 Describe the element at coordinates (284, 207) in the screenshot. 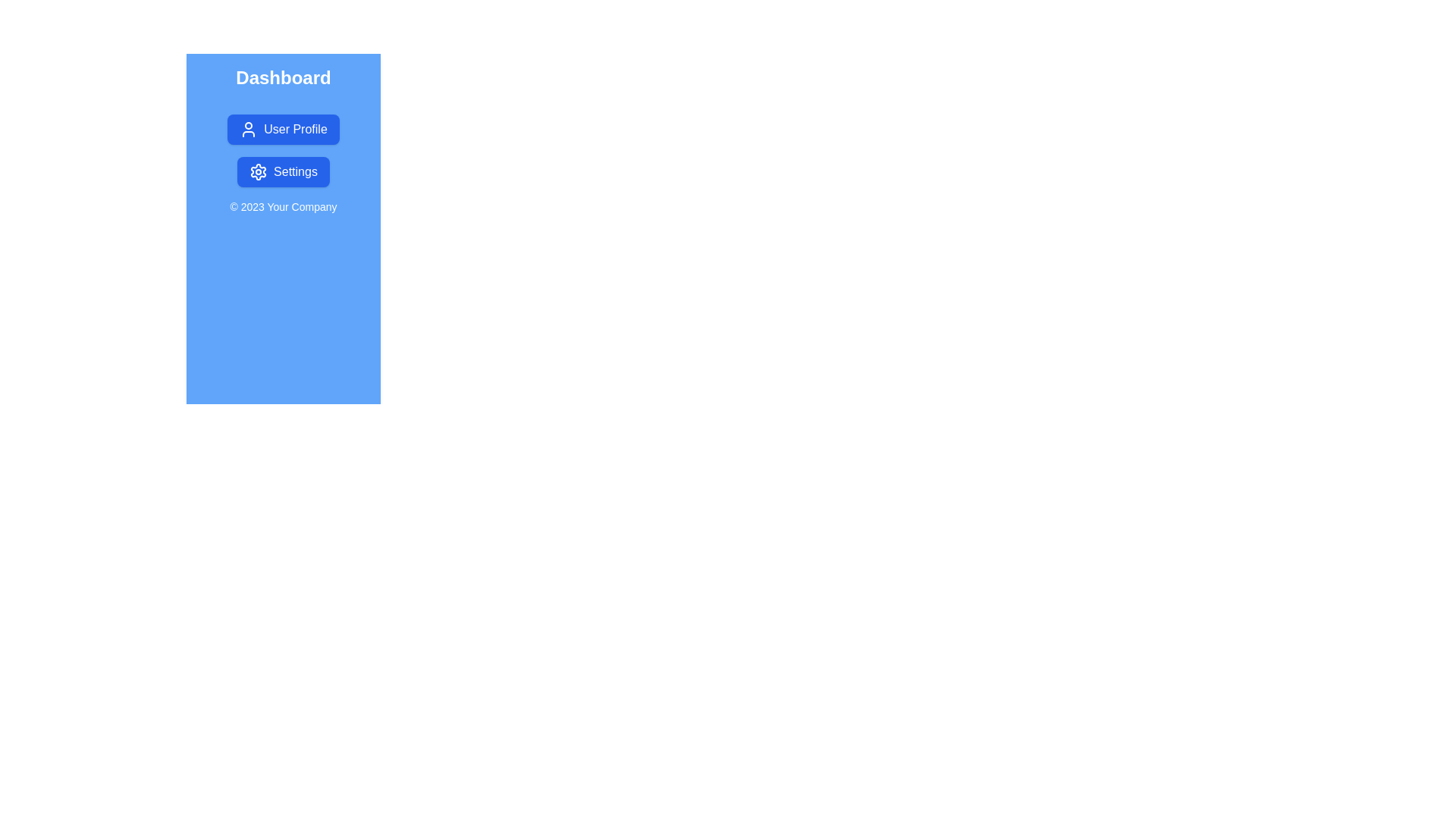

I see `the footer text for copying` at that location.